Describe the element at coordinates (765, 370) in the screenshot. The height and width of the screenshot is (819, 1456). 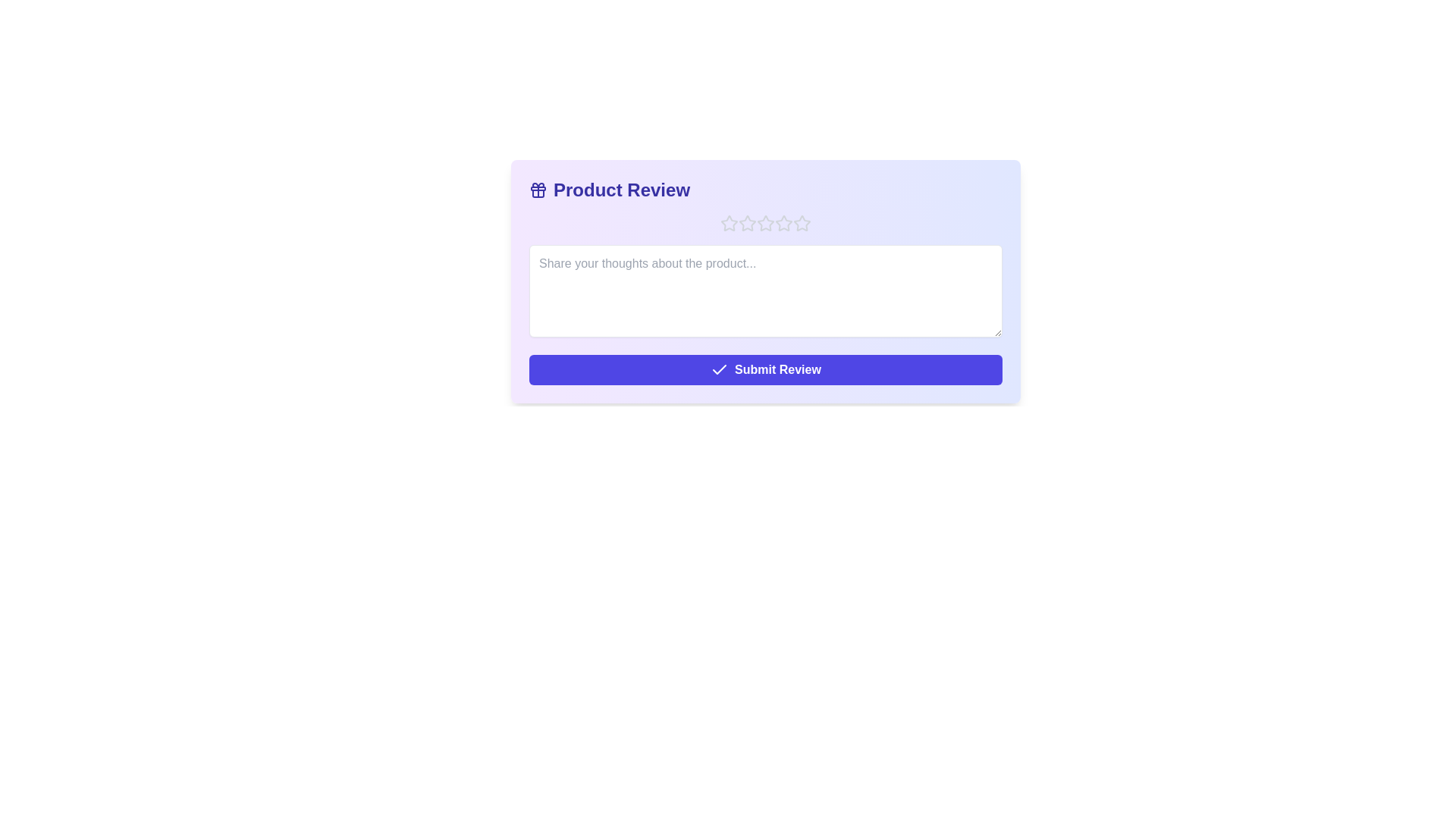
I see `the 'Submit Review' button to submit the review` at that location.